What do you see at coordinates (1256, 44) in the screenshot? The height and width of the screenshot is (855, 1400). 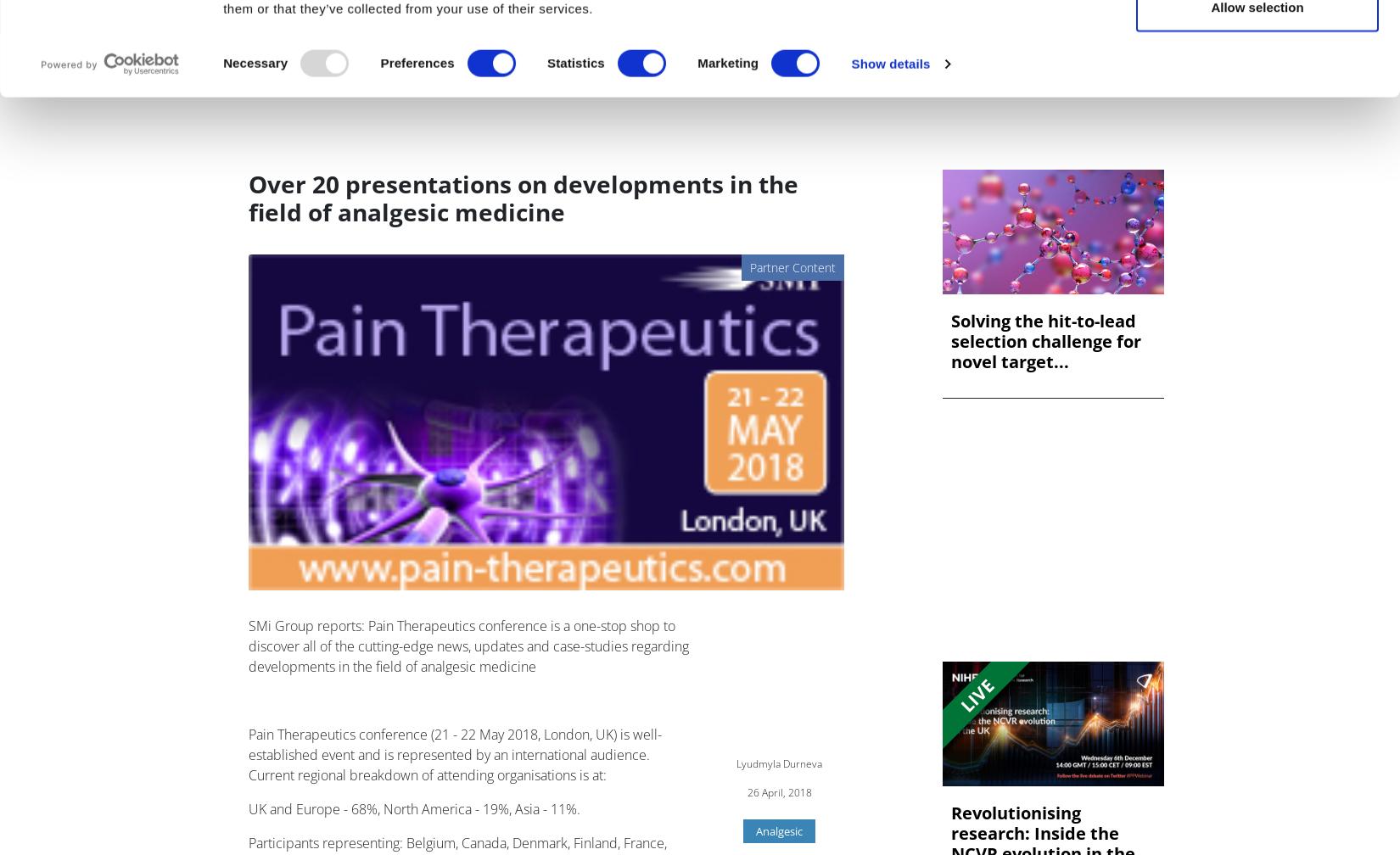 I see `'Allow all'` at bounding box center [1256, 44].